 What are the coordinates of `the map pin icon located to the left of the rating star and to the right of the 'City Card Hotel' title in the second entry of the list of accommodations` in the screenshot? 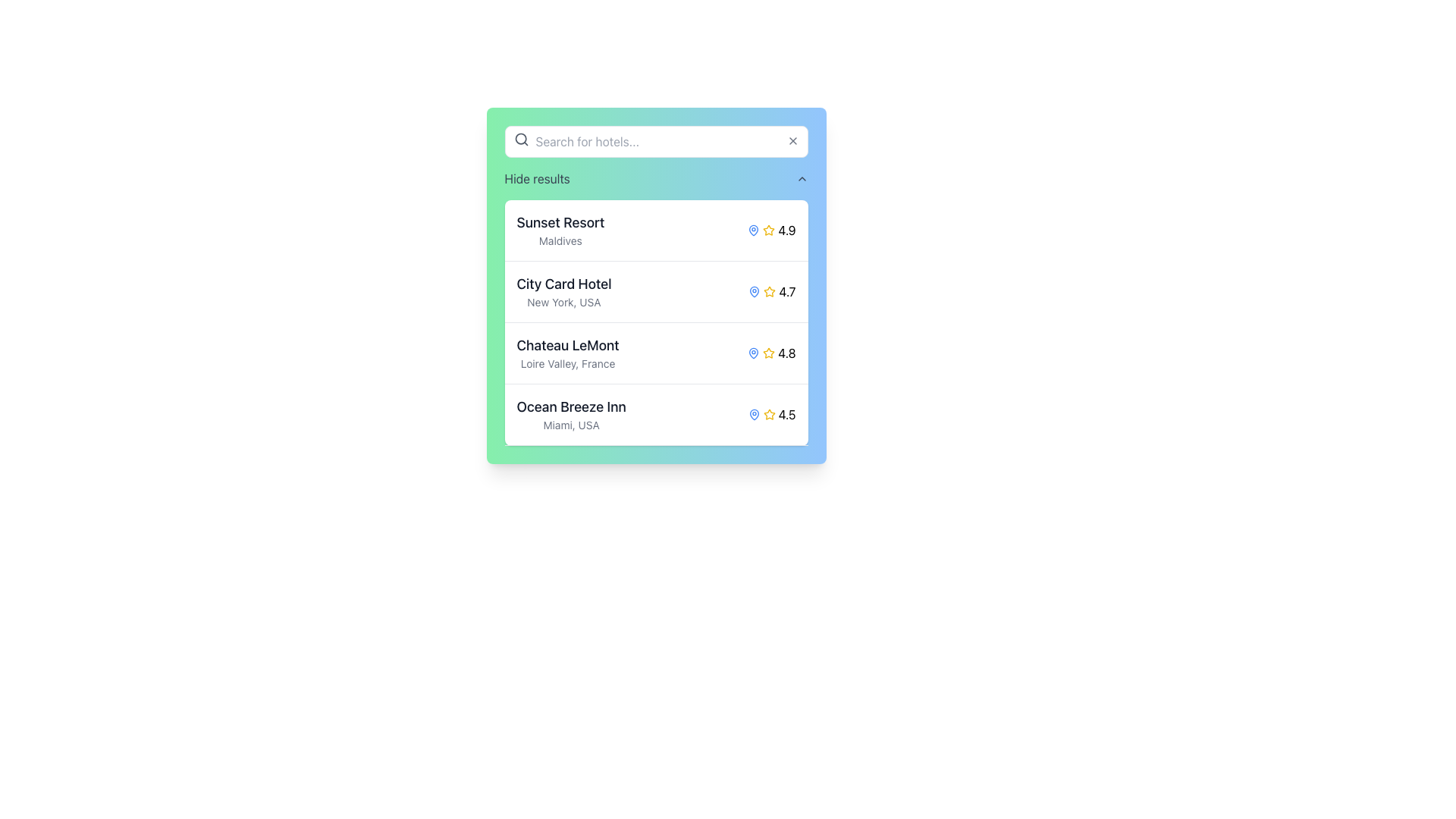 It's located at (755, 292).